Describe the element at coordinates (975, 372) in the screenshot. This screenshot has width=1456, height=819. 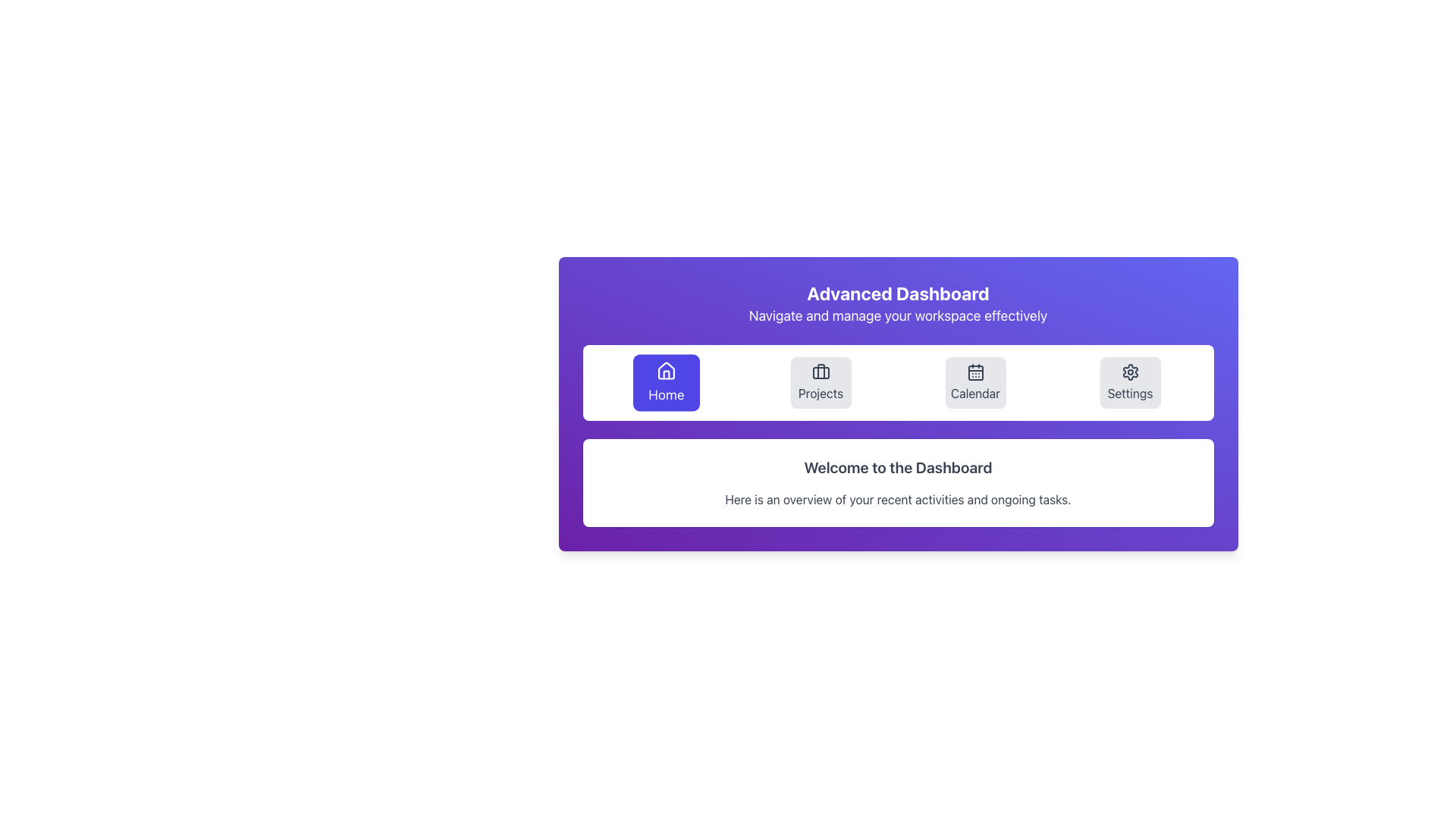
I see `the 'Calendar' icon, which is the third button in a horizontal row of four under the 'Advanced Dashboard' header` at that location.